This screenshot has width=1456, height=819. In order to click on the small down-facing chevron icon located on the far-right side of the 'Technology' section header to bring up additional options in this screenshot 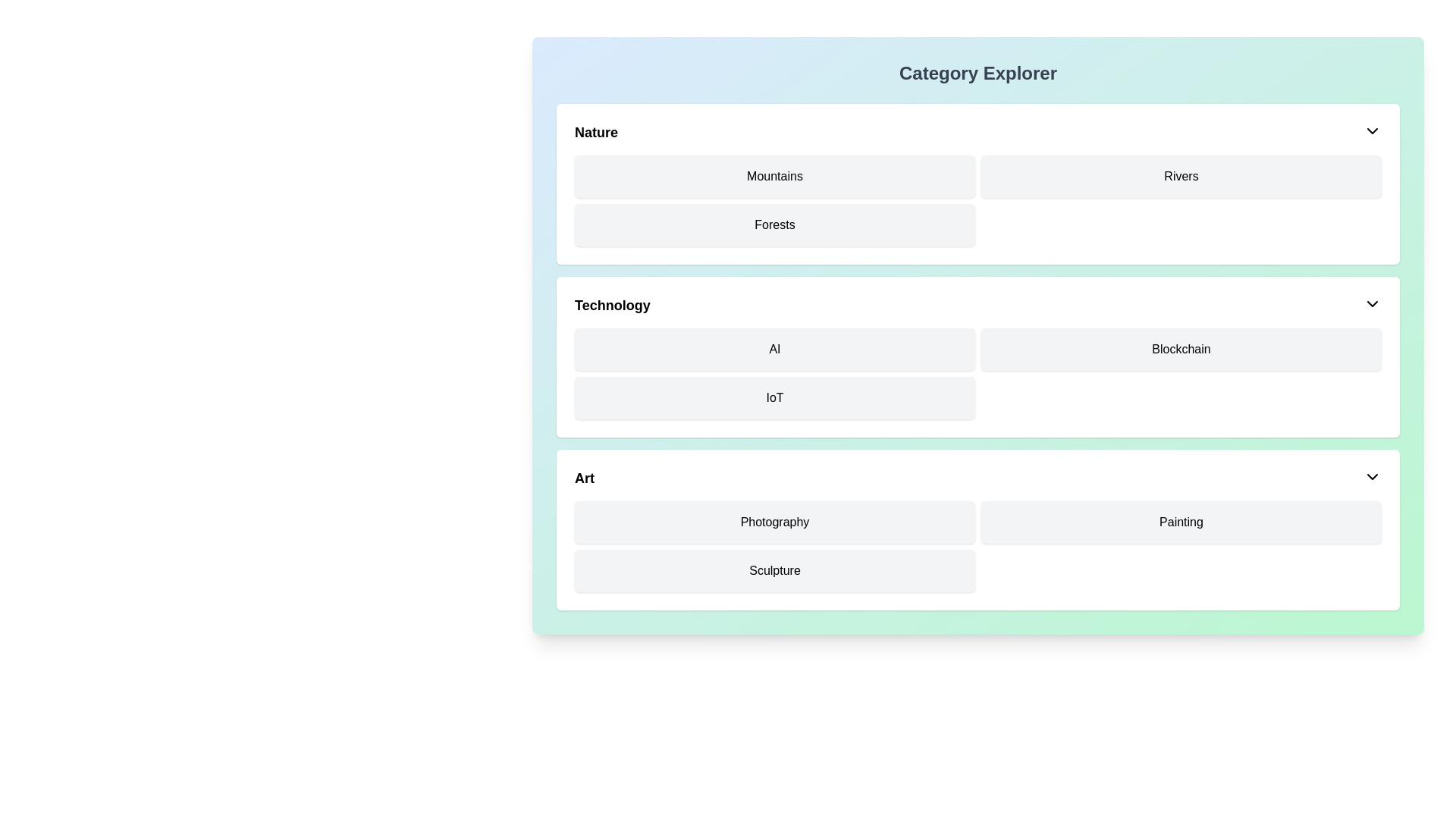, I will do `click(1372, 304)`.